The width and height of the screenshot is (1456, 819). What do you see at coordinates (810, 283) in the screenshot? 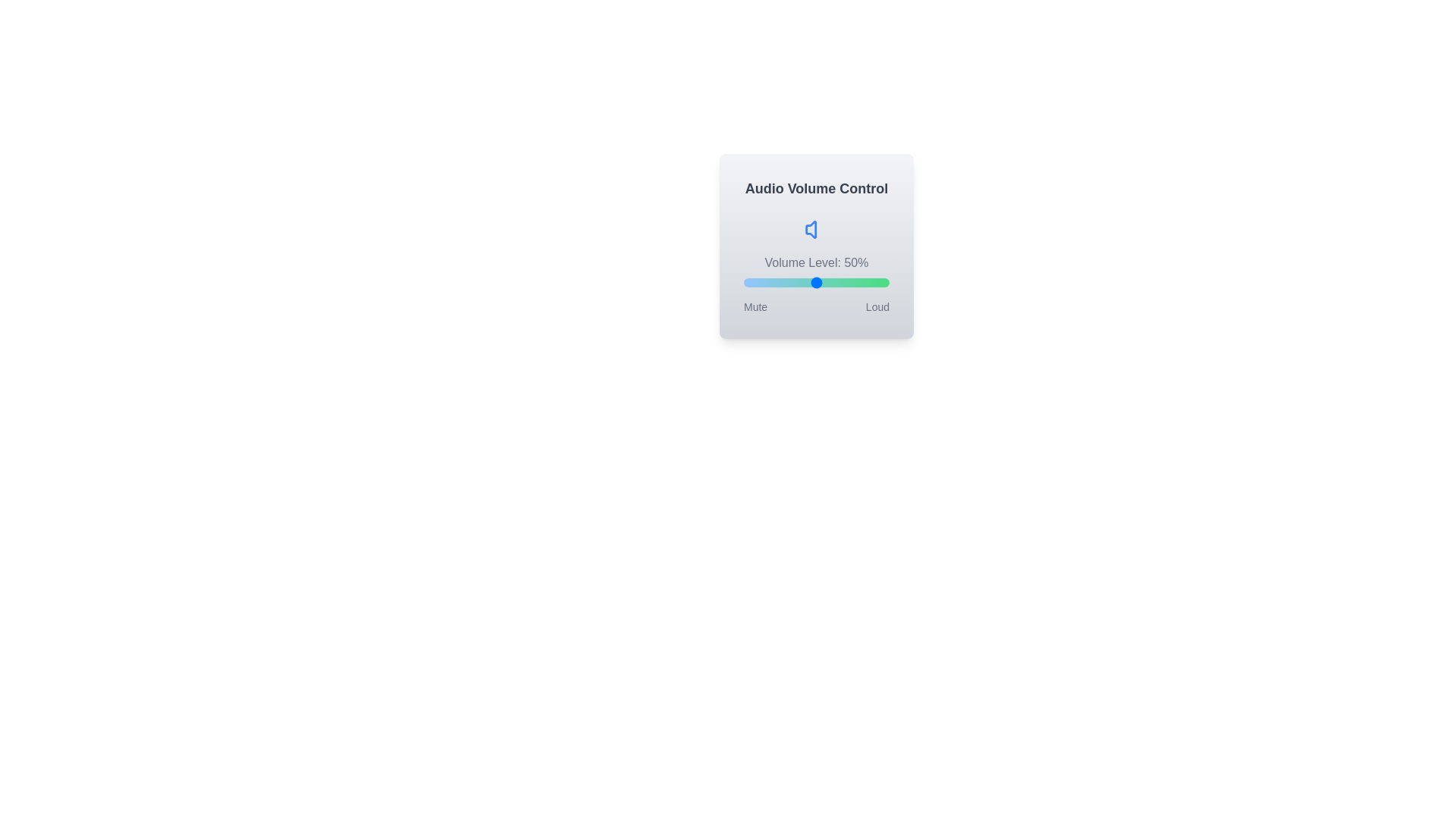
I see `the volume slider to set the volume to 46%` at bounding box center [810, 283].